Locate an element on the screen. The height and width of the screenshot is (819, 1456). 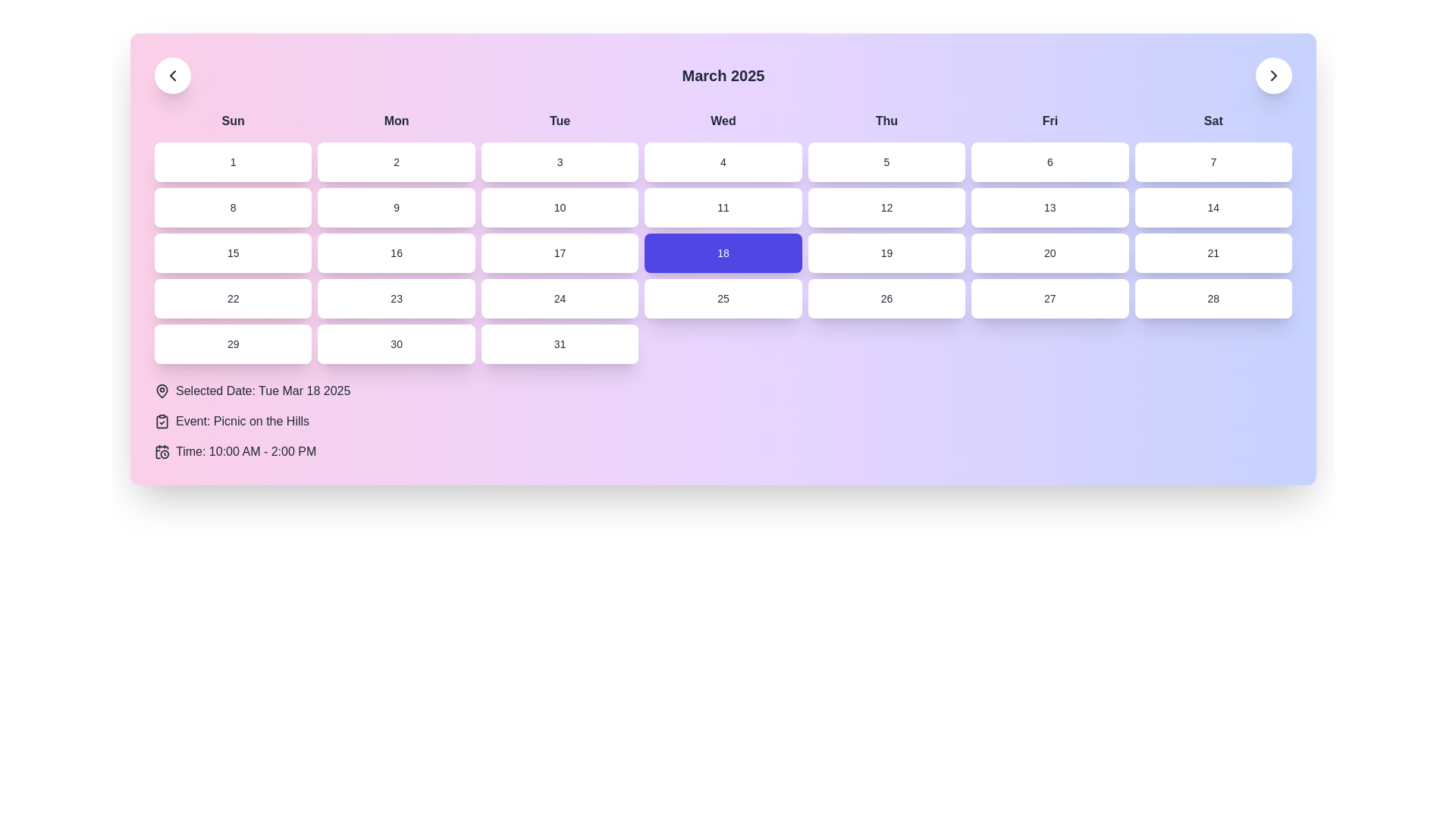
the teardrop-shaped vector graphic component of the map pin icon, located directly below the circular part of the icon is located at coordinates (162, 390).